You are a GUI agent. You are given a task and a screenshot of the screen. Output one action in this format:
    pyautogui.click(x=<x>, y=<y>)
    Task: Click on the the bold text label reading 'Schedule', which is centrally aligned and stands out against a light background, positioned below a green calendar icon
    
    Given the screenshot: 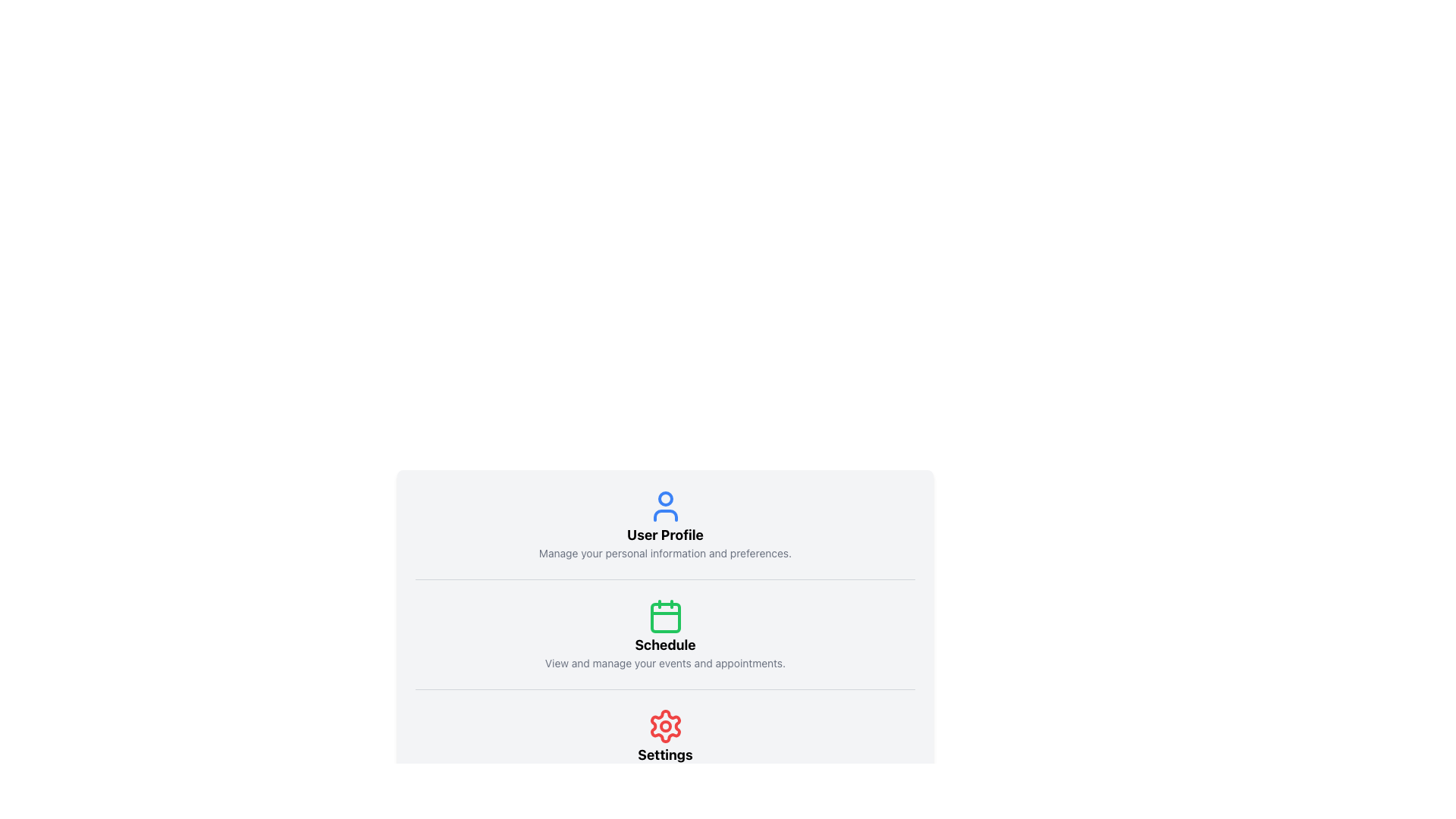 What is the action you would take?
    pyautogui.click(x=665, y=645)
    